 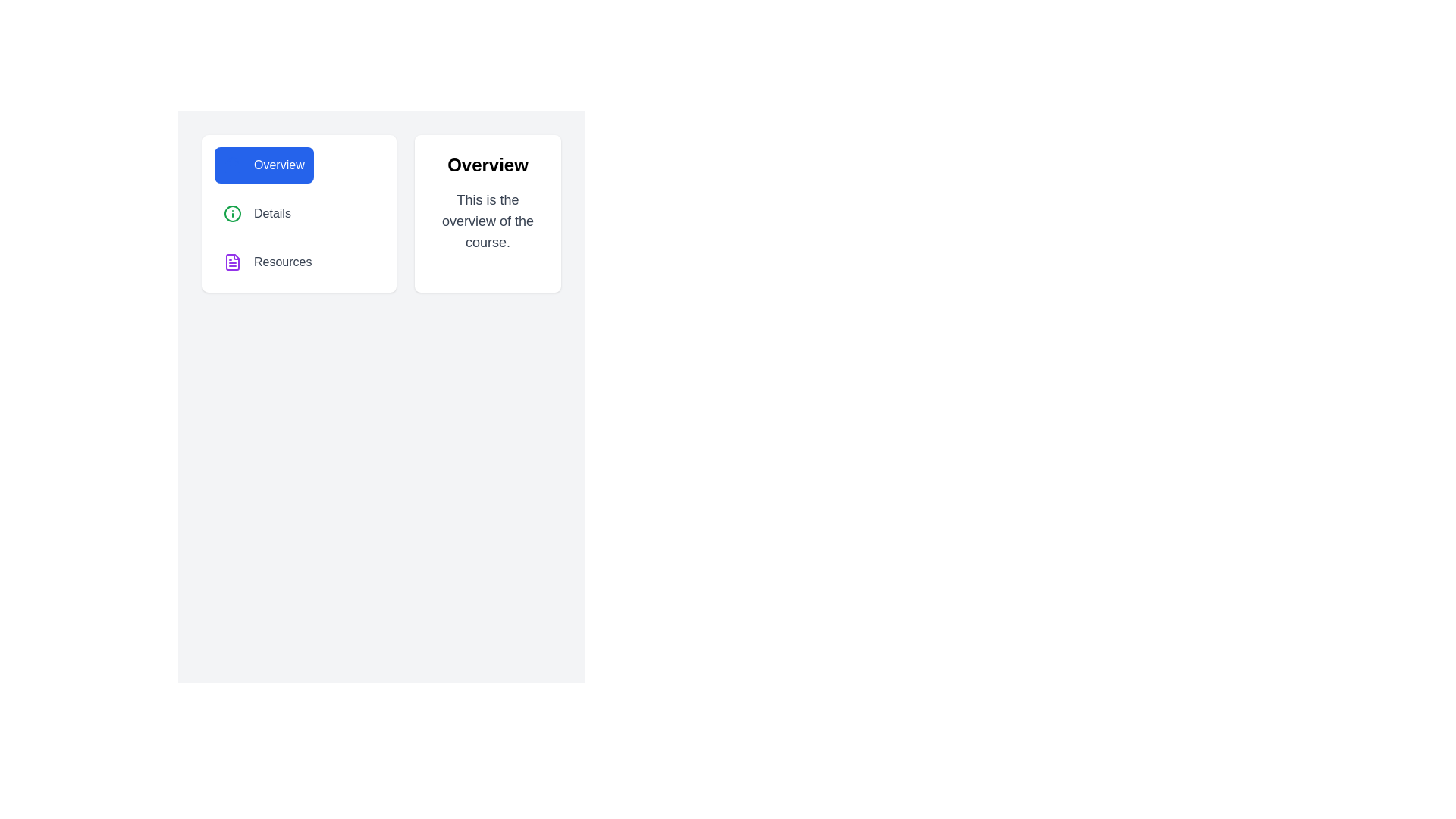 I want to click on the text label located as the second item in the vertical list beneath the 'Overview' section and above the 'Resources' section, so click(x=272, y=213).